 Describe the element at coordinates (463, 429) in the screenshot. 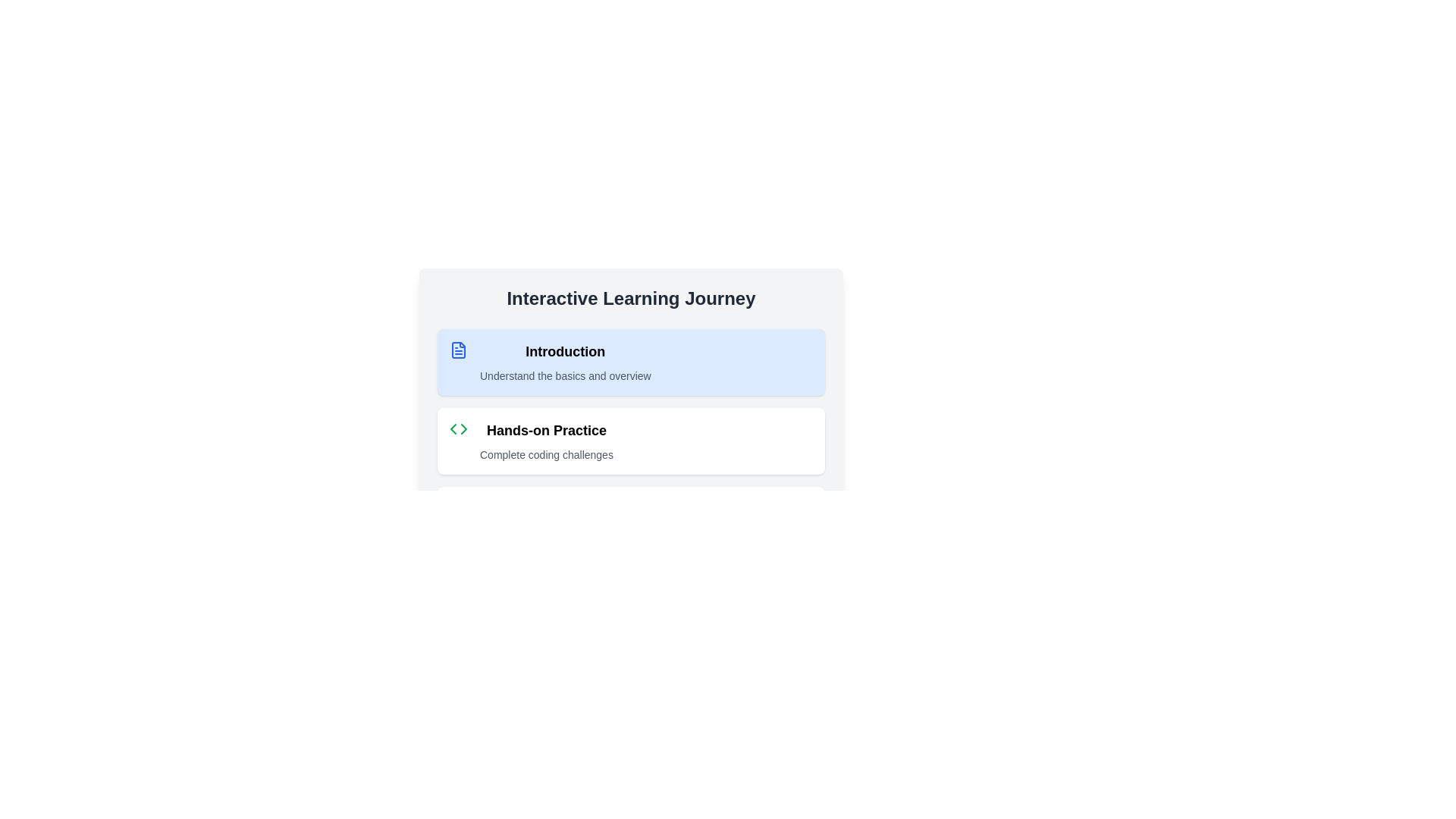

I see `the right-facing green arrow icon located to the left of the 'Hands-on Practice' text` at that location.